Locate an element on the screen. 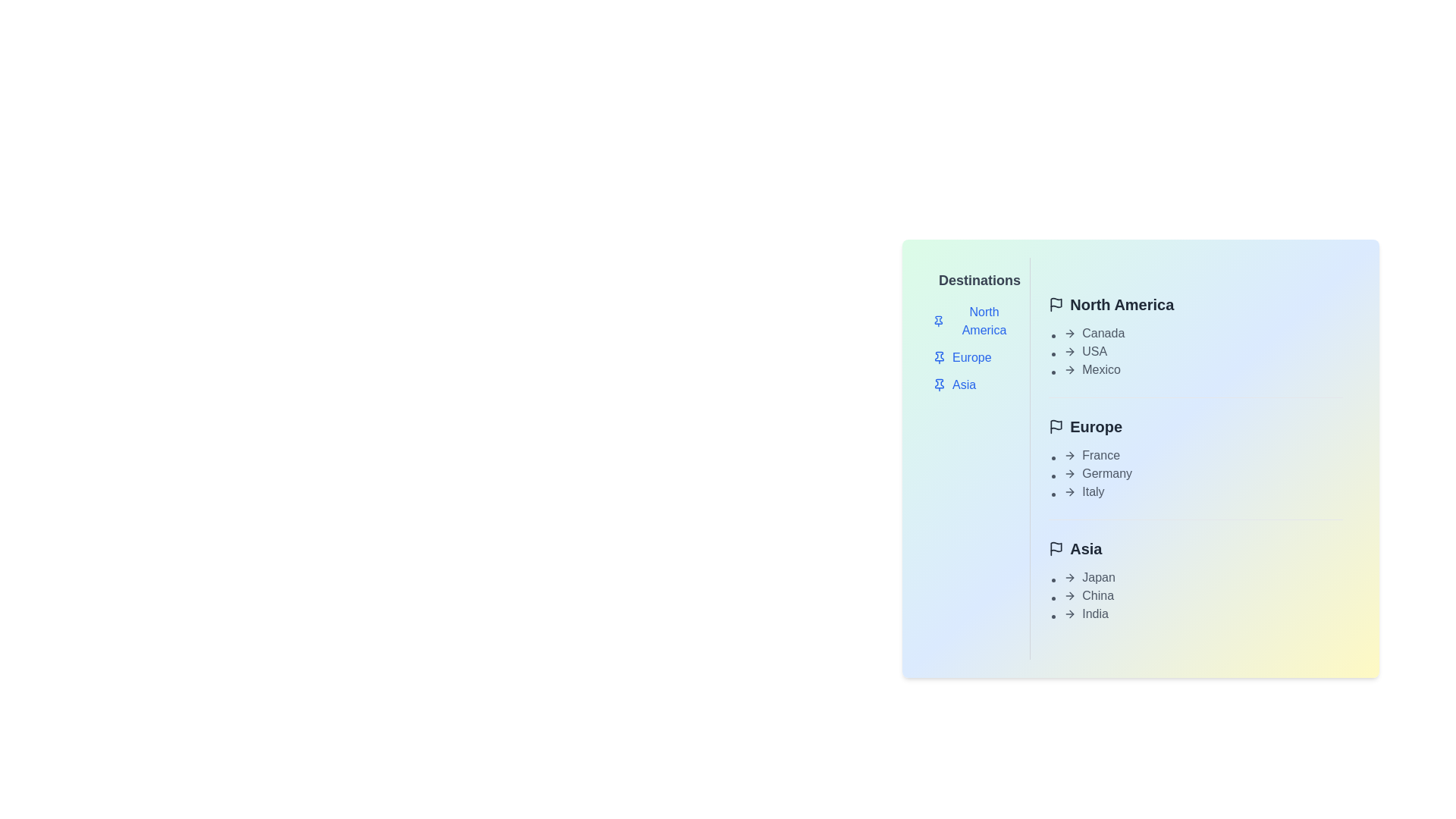  the flag icon to the left of the text 'Asia', which is part of a list of region headings is located at coordinates (1056, 549).